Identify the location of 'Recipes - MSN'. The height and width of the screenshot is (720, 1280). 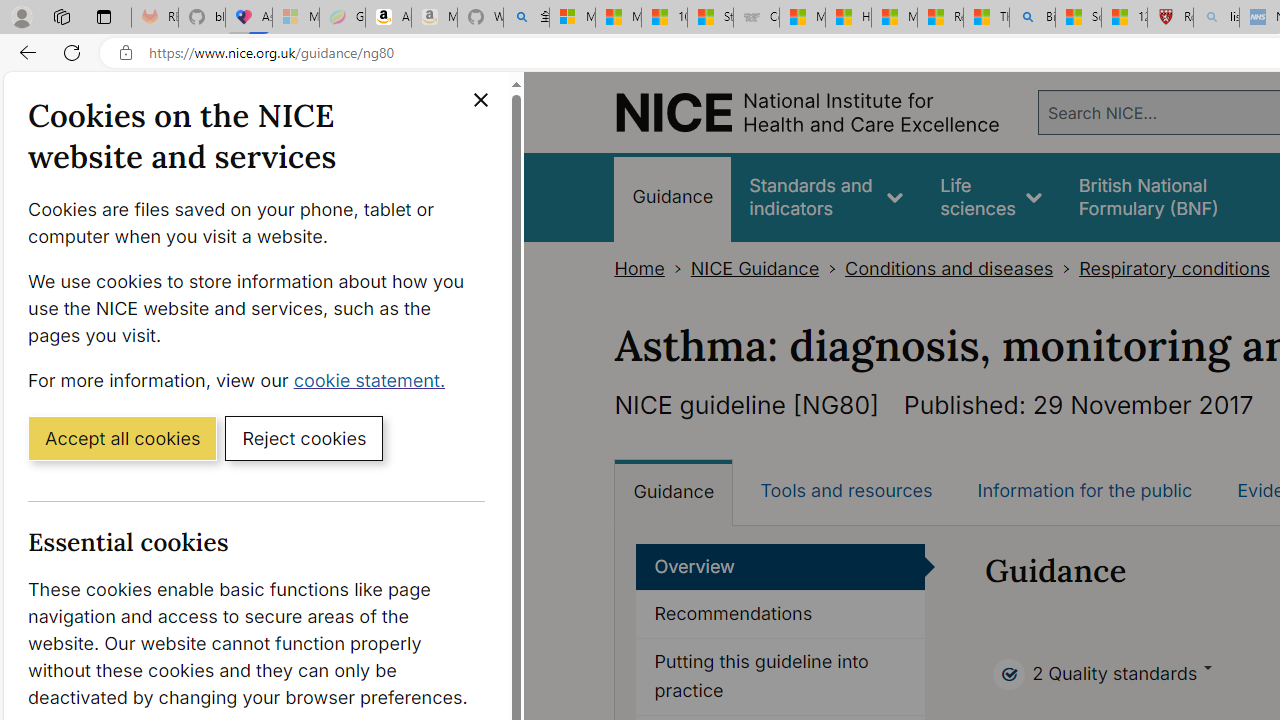
(939, 17).